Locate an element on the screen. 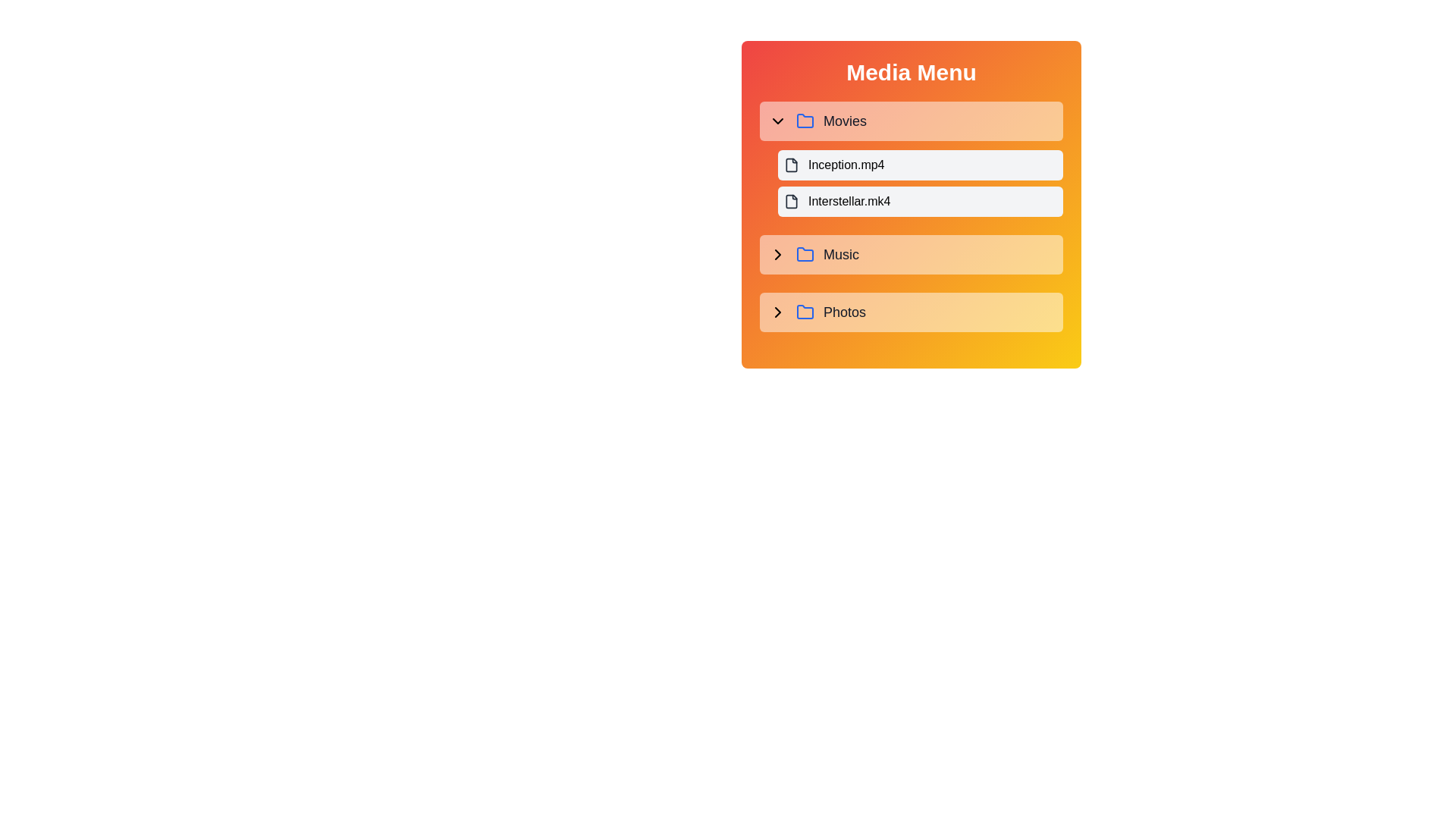  the small file icon with rounded corners located under the 'Movies' category, positioned to the left of the text 'Interstellar.mk4' is located at coordinates (790, 201).